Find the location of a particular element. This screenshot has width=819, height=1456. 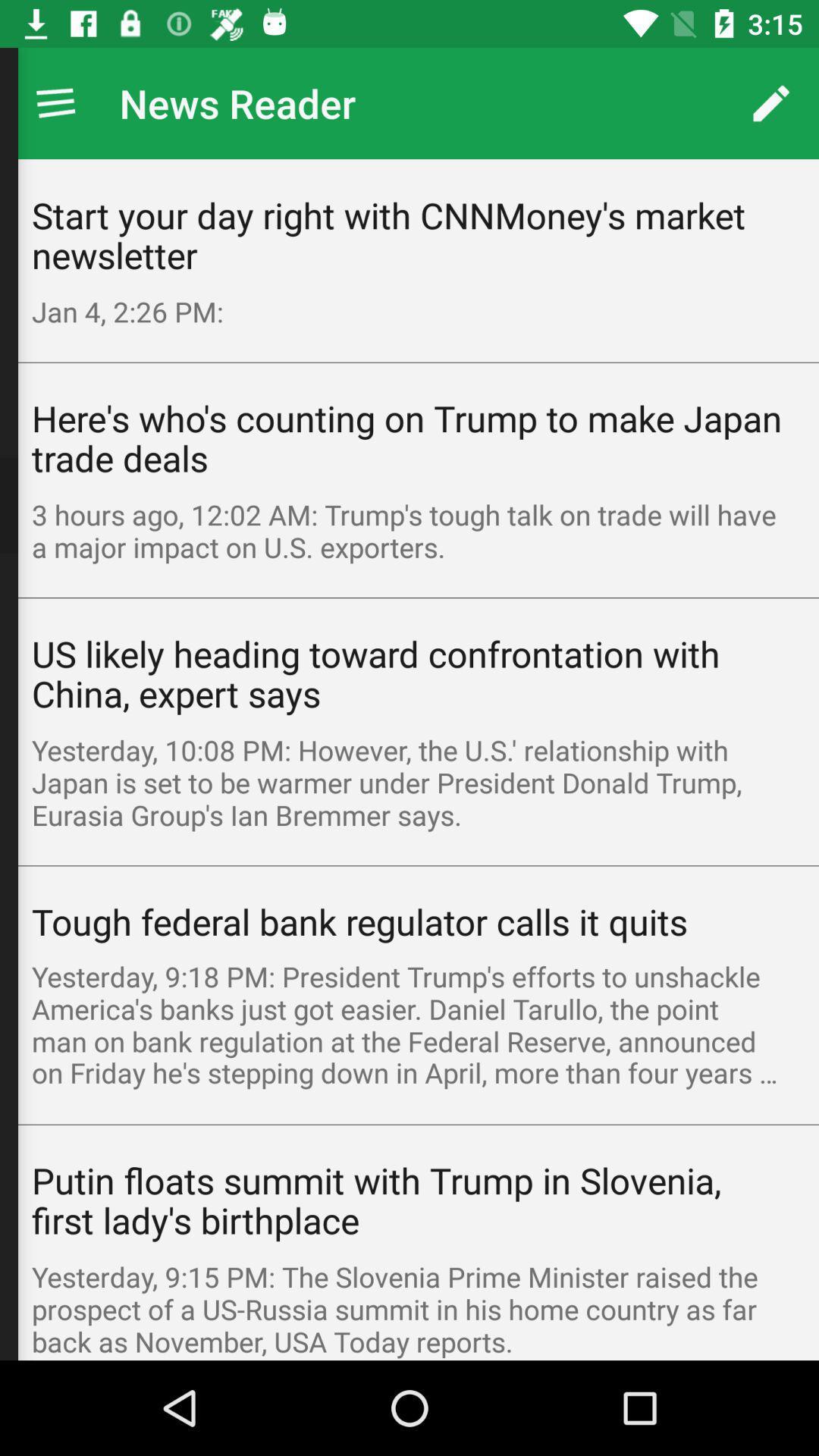

the item to the left of the news reader icon is located at coordinates (55, 102).